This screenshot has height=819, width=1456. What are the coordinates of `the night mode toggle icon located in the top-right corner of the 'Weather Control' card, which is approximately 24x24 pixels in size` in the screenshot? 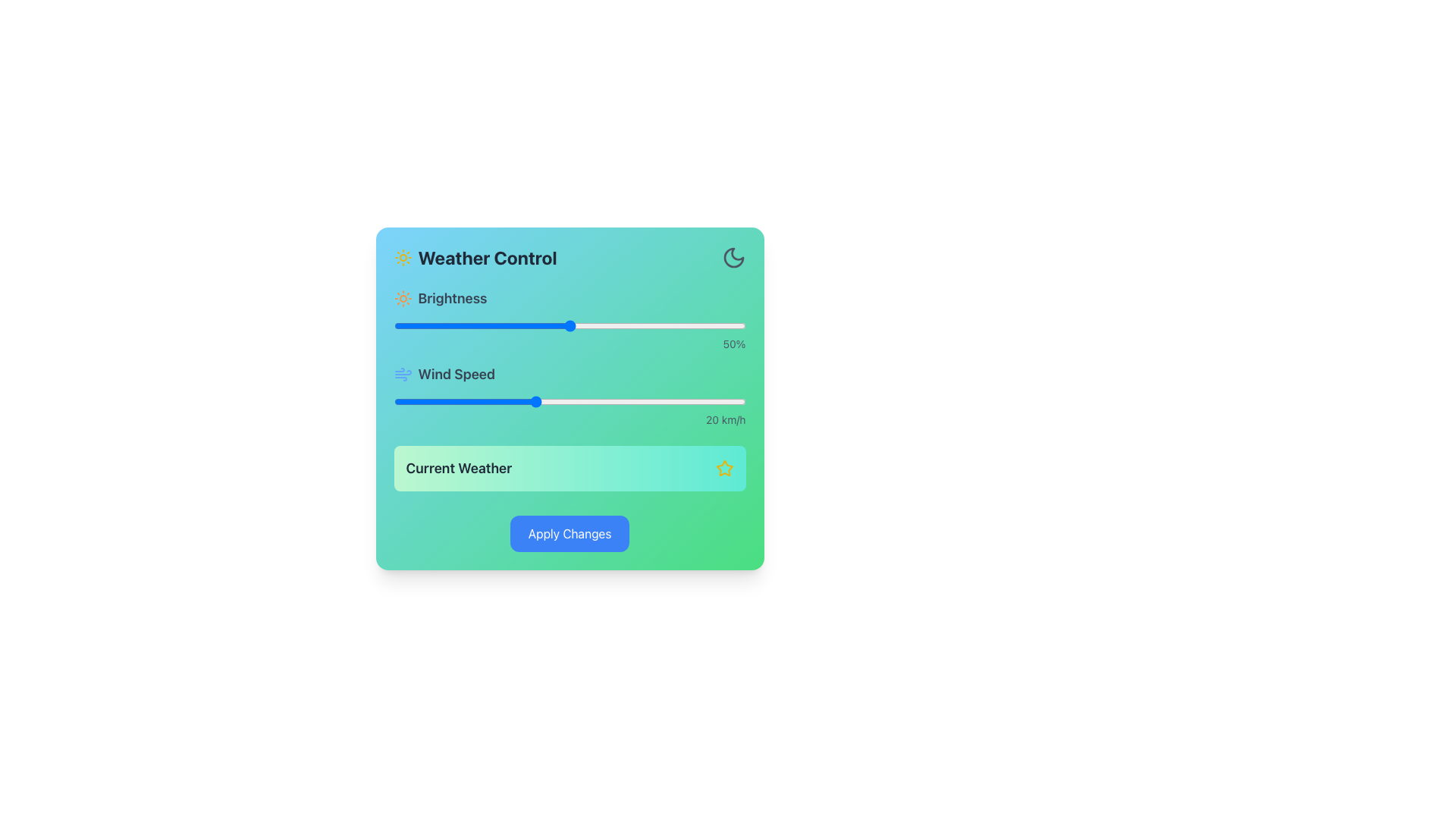 It's located at (733, 256).